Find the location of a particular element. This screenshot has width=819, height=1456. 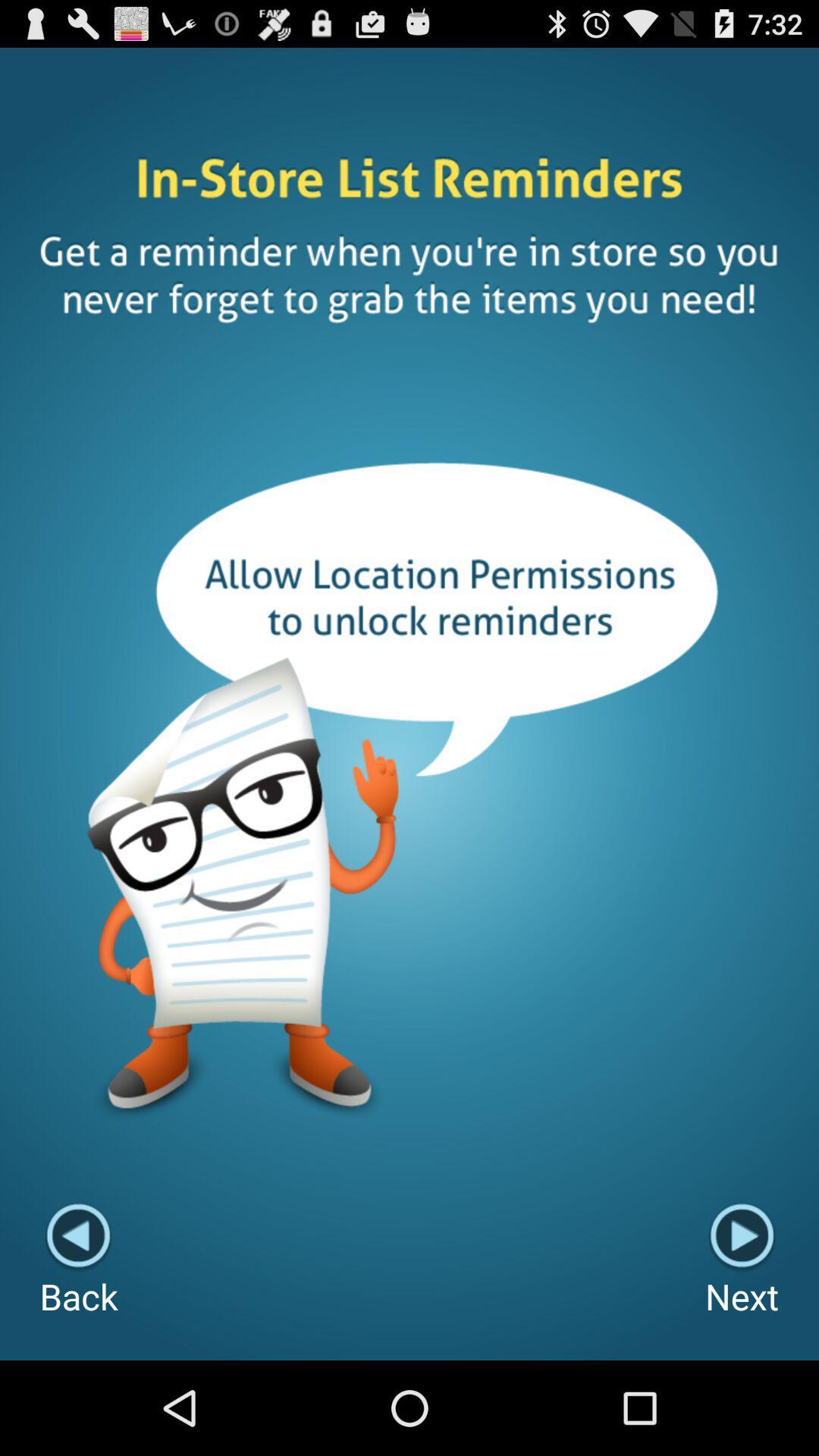

back is located at coordinates (79, 1261).